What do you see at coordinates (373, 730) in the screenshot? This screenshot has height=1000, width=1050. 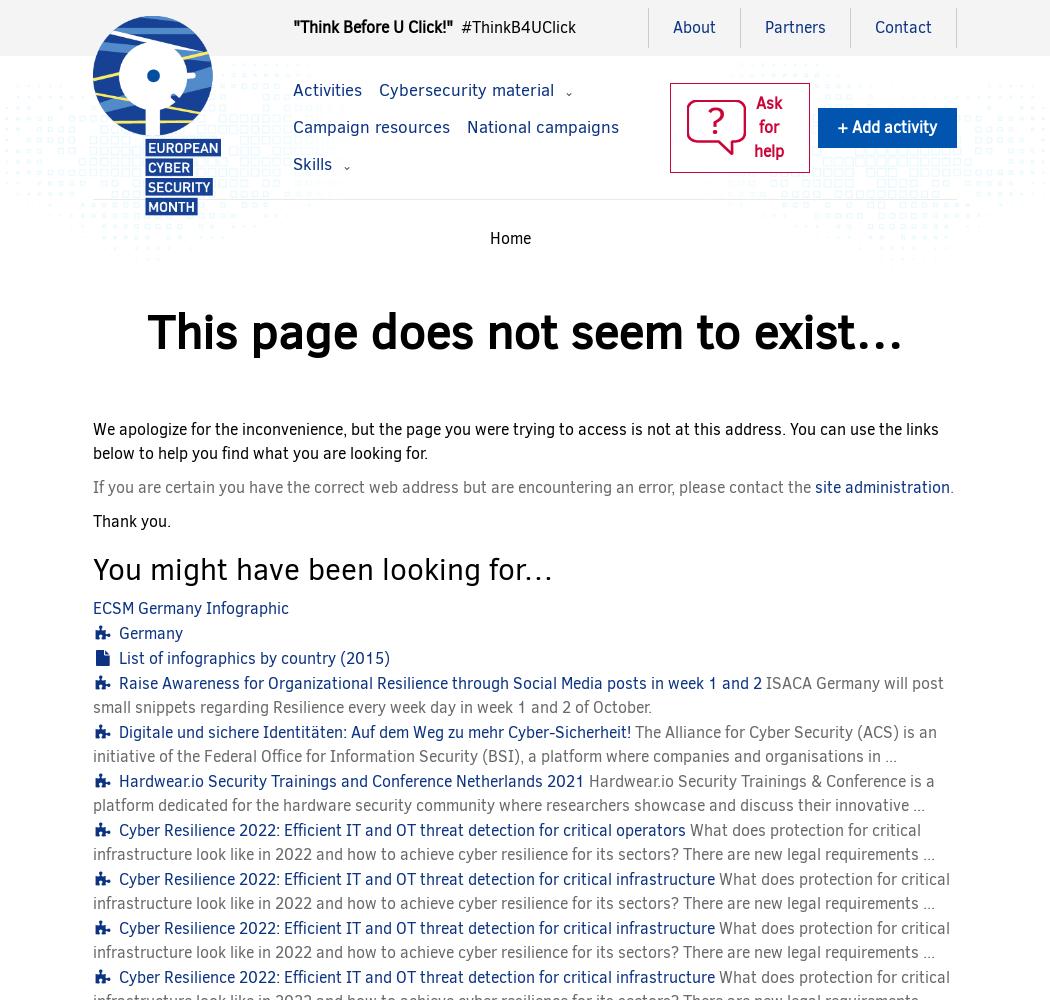 I see `'Digitale und sichere Identitäten: Auf dem Weg zu mehr Cyber-Sicherheit!'` at bounding box center [373, 730].